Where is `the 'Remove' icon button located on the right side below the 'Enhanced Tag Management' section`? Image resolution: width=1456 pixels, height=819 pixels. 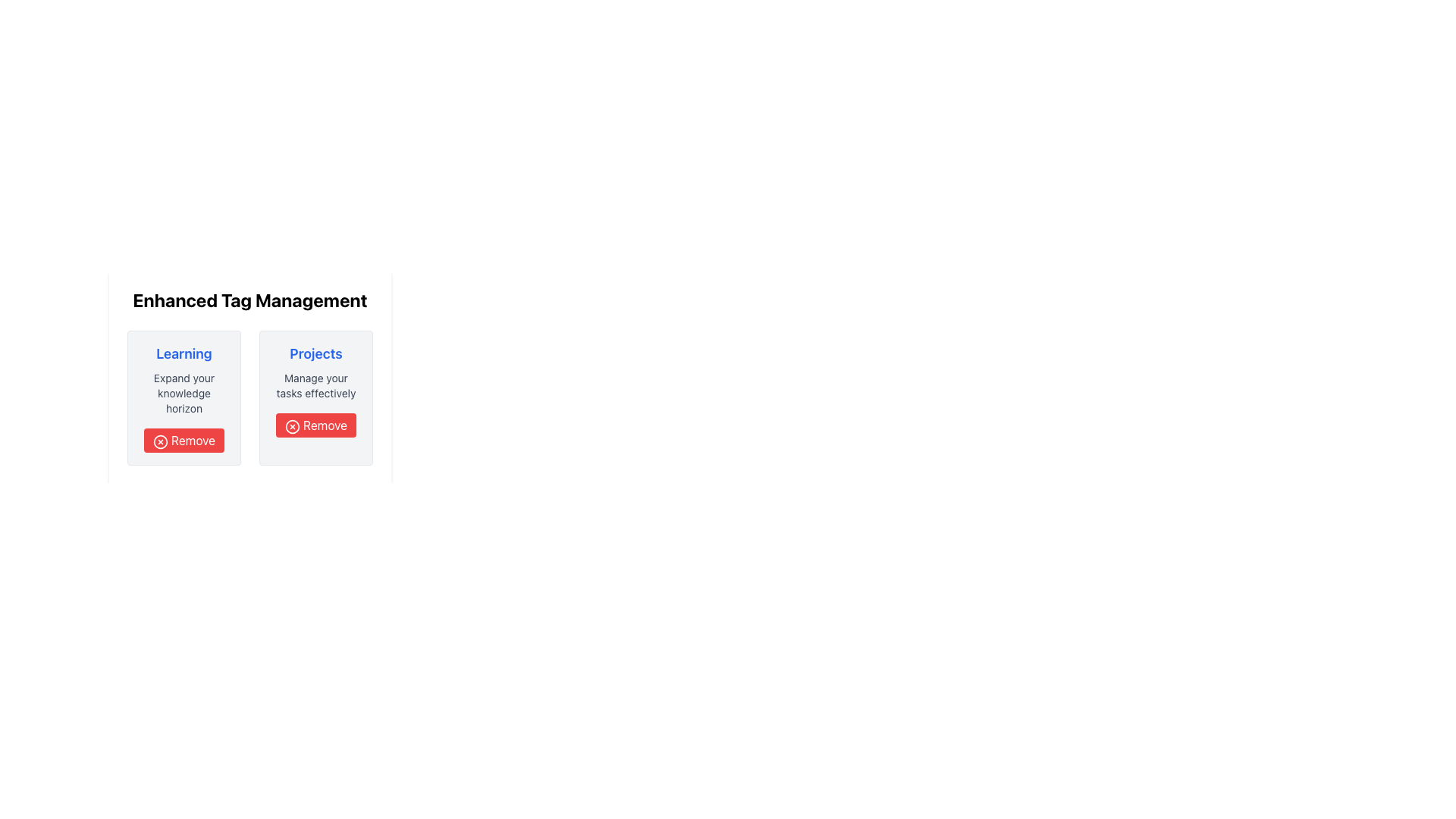
the 'Remove' icon button located on the right side below the 'Enhanced Tag Management' section is located at coordinates (292, 426).